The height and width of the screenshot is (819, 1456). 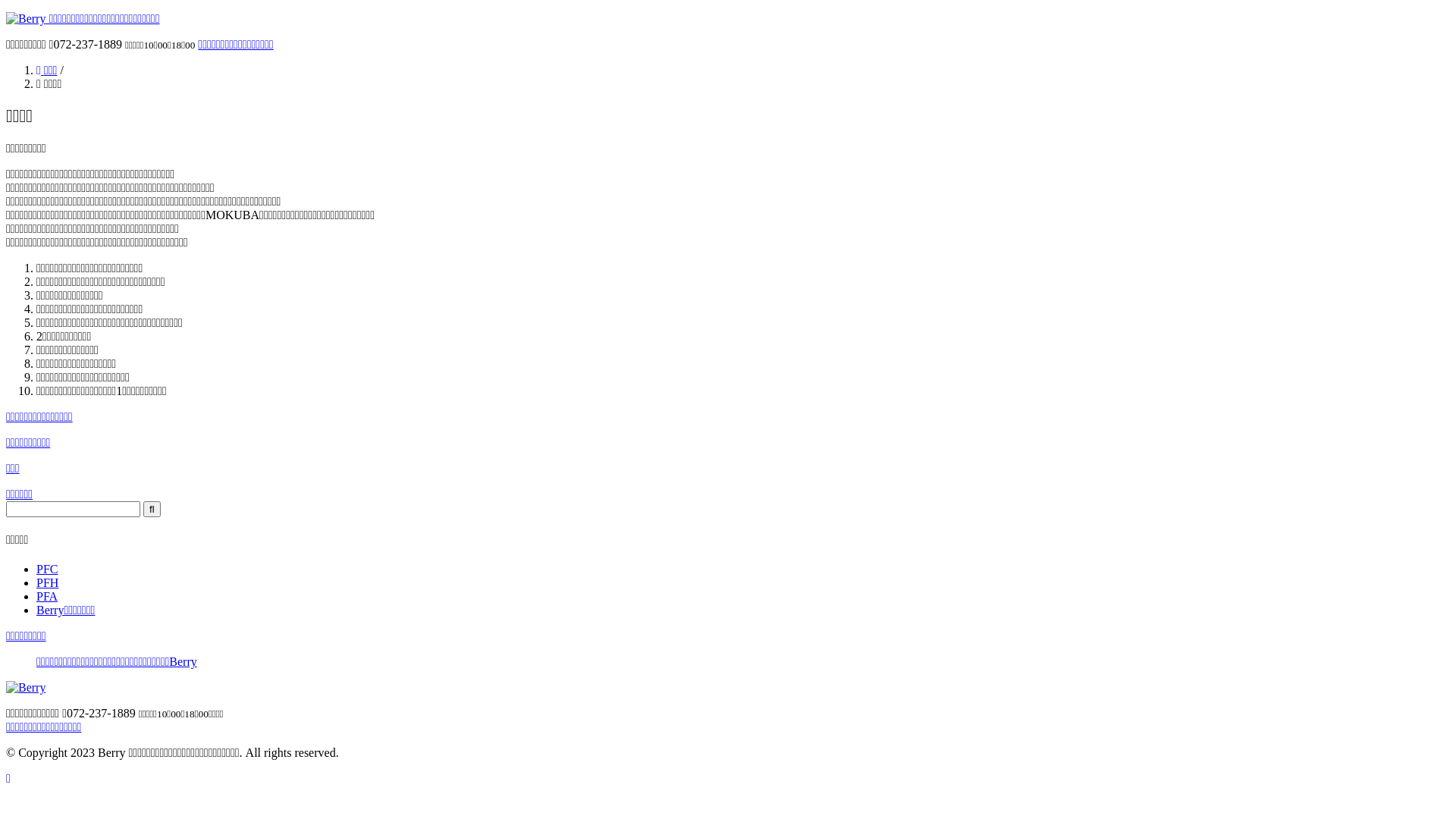 What do you see at coordinates (47, 582) in the screenshot?
I see `'PFH'` at bounding box center [47, 582].